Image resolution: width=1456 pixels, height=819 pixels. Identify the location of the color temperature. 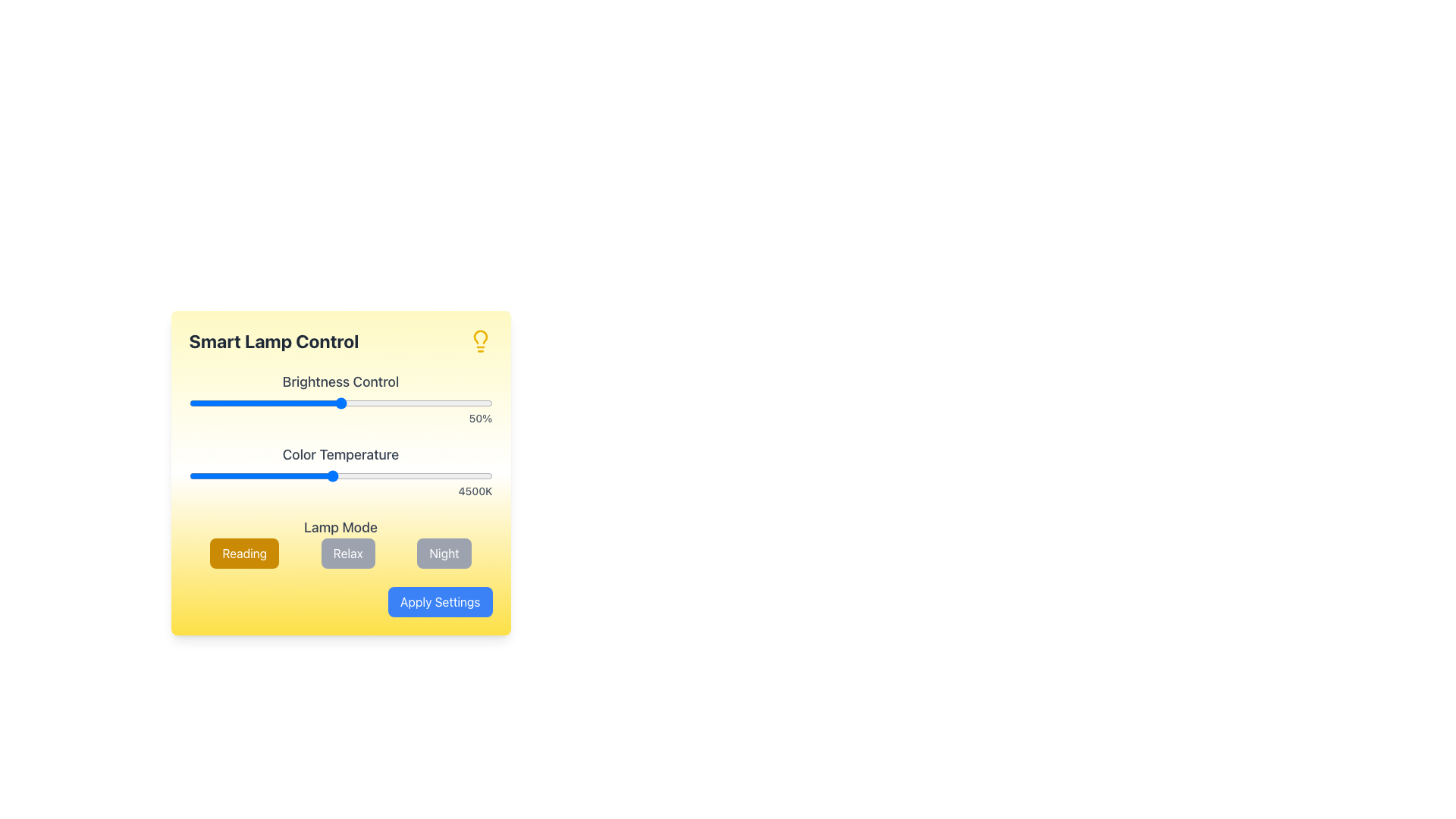
(371, 475).